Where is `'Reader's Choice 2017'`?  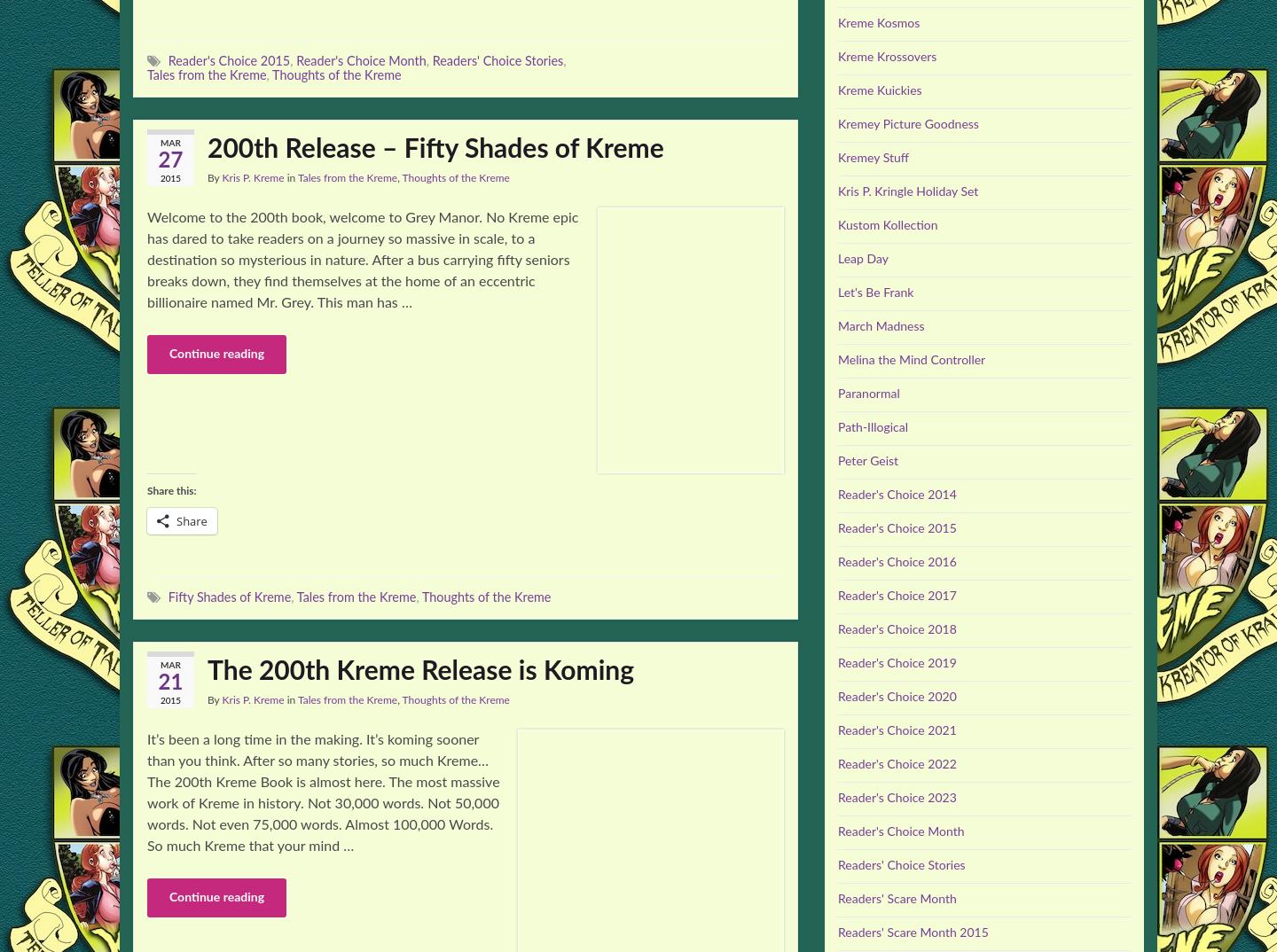 'Reader's Choice 2017' is located at coordinates (896, 595).